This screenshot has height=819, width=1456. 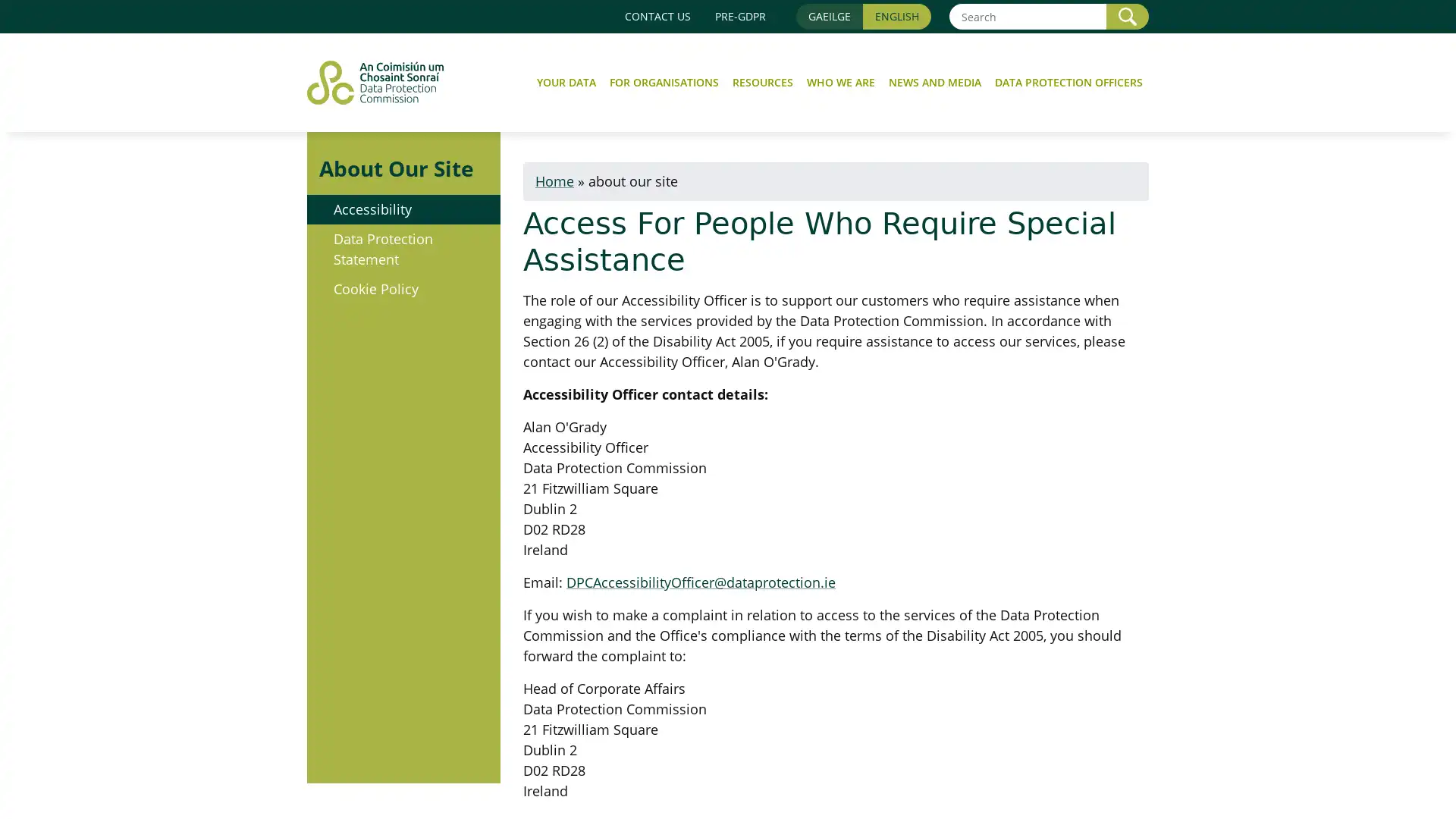 I want to click on Search SEARCH, so click(x=1128, y=16).